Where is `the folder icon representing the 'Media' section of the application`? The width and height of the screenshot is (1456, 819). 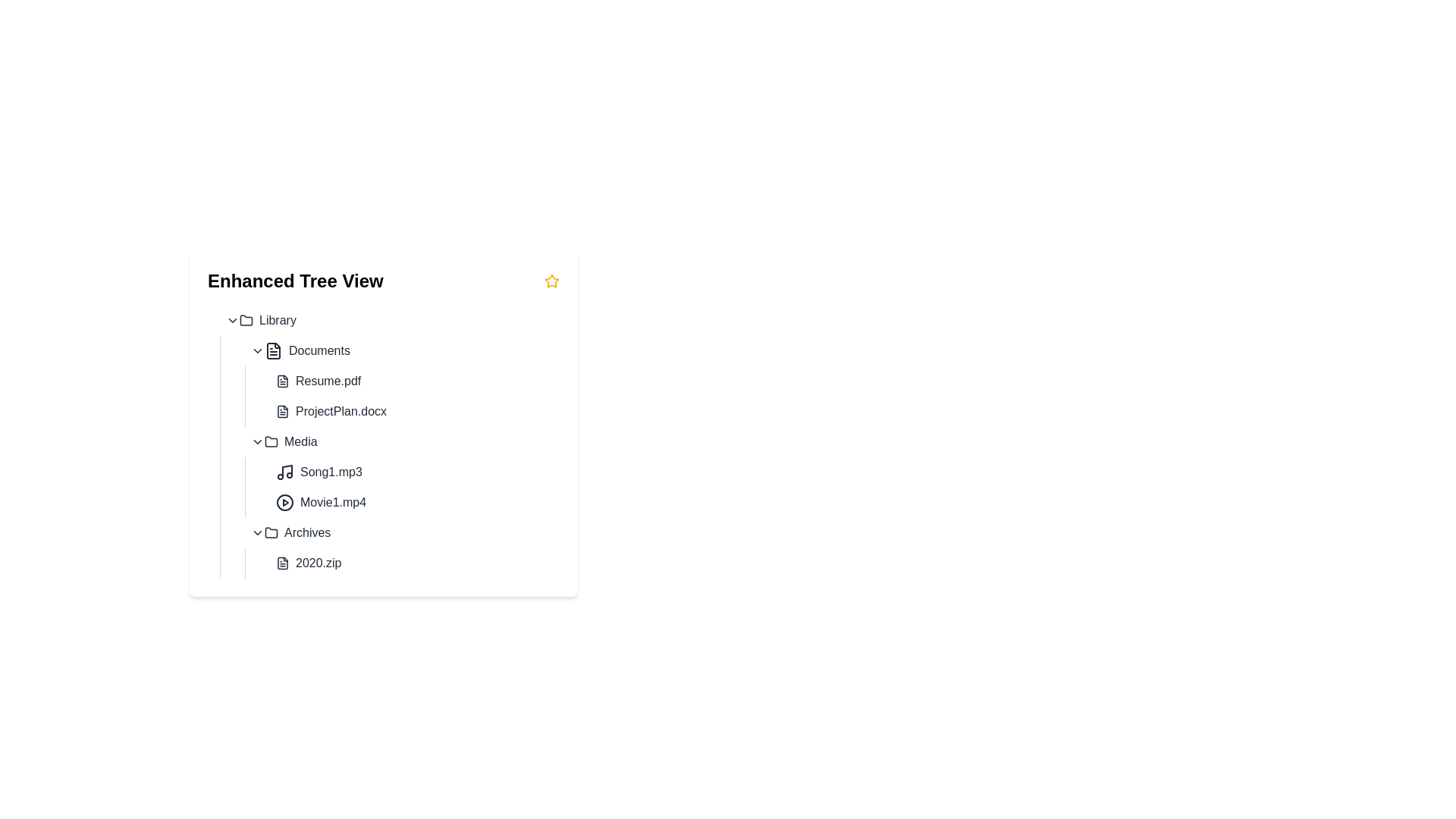 the folder icon representing the 'Media' section of the application is located at coordinates (271, 441).